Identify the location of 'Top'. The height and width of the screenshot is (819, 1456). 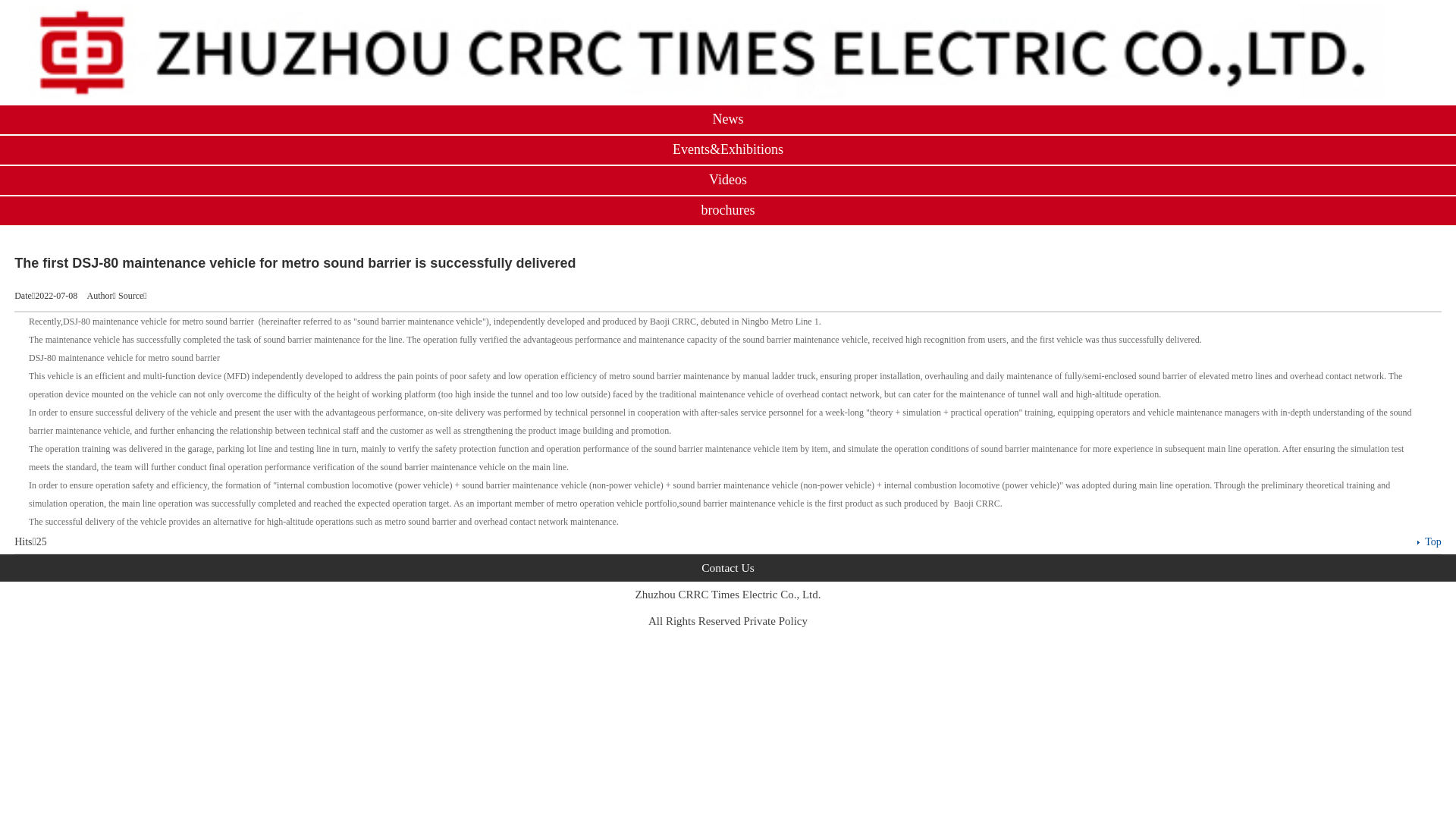
(1432, 541).